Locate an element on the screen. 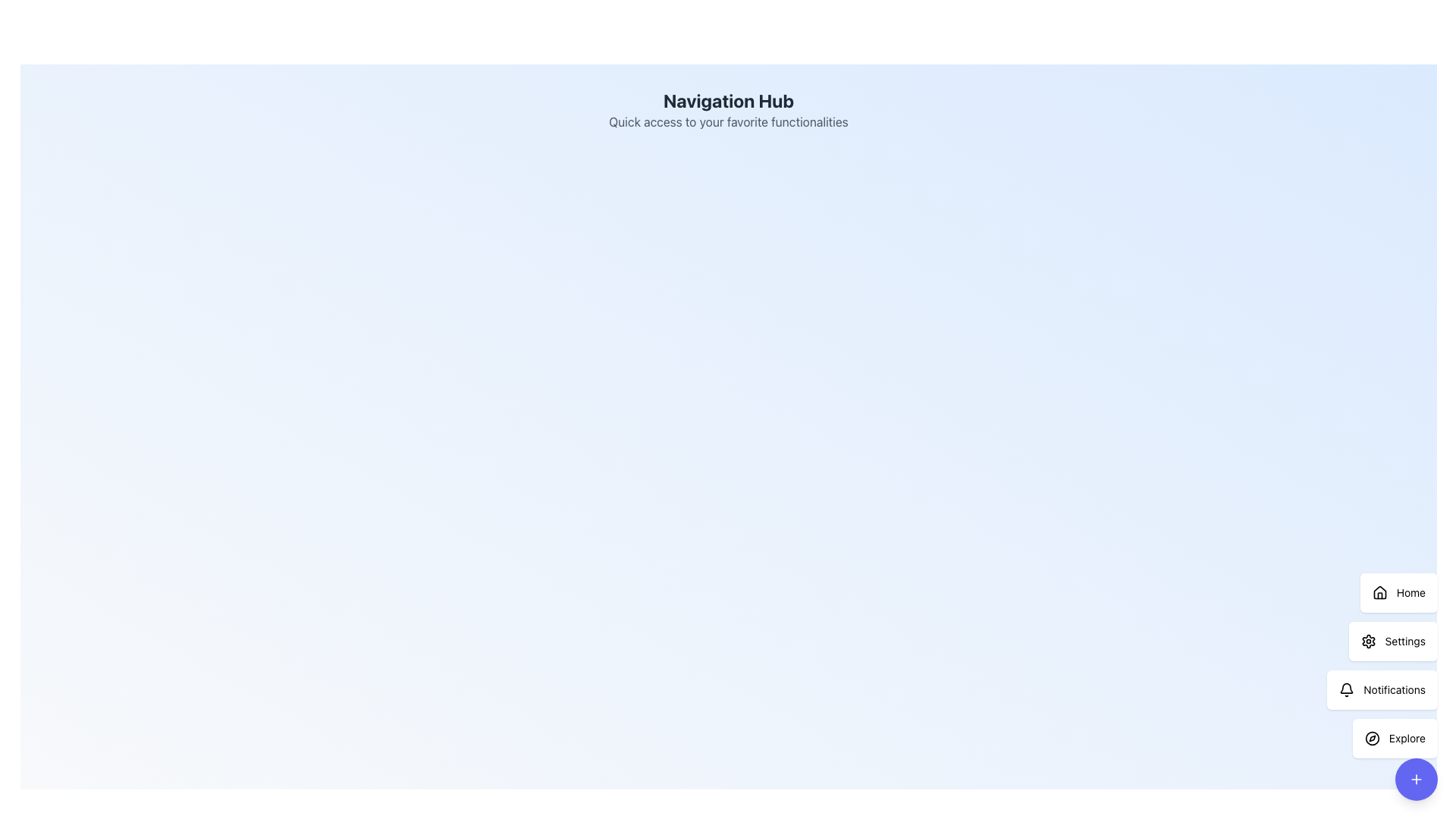 The height and width of the screenshot is (819, 1456). the decorative vector graphic of the compass icon located adjacent to the 'Explore' button in the navigation interface is located at coordinates (1372, 738).